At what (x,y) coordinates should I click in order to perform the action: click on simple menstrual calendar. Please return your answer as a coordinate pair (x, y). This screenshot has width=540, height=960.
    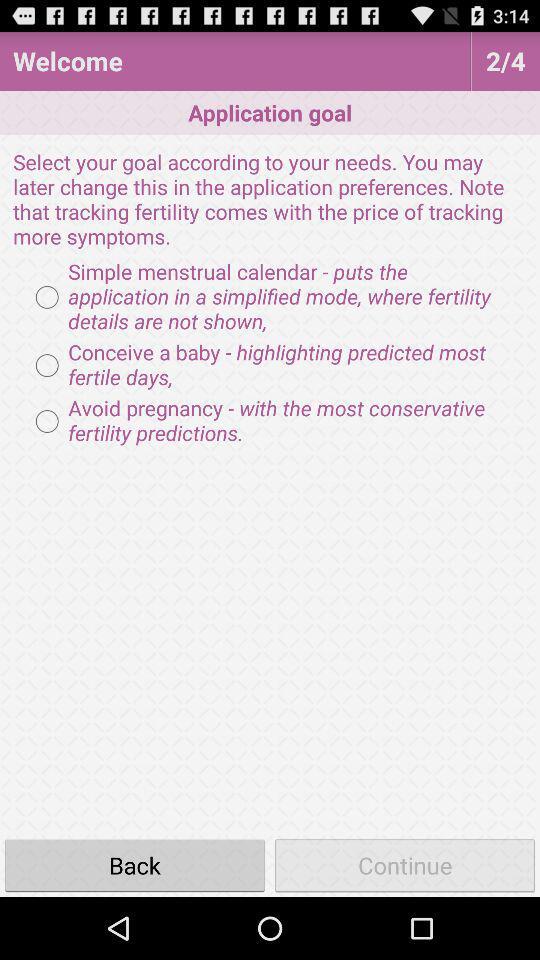
    Looking at the image, I should click on (270, 296).